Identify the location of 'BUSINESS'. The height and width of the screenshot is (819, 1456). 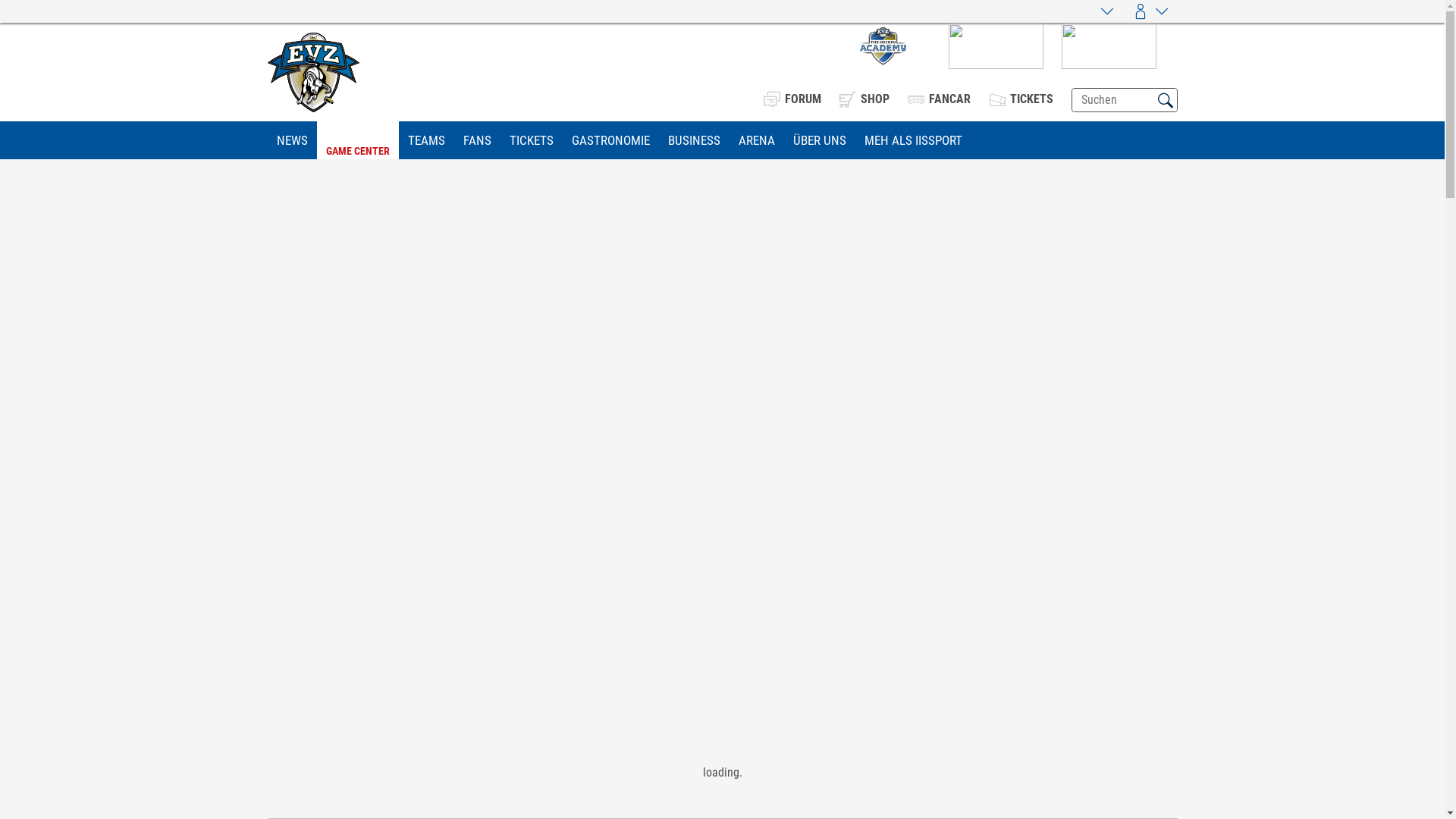
(658, 140).